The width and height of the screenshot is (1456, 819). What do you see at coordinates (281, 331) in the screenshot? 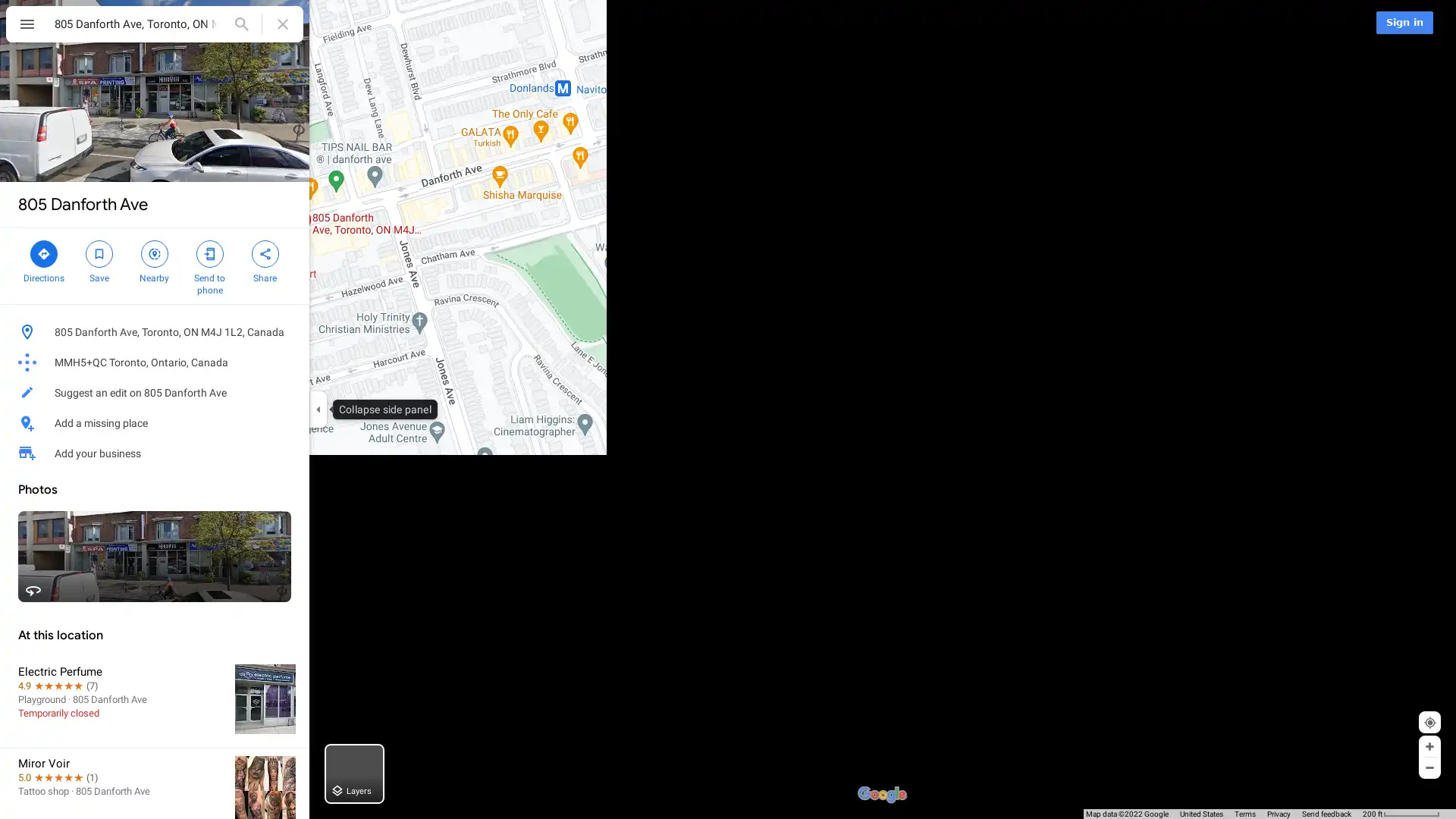
I see `Copy address` at bounding box center [281, 331].